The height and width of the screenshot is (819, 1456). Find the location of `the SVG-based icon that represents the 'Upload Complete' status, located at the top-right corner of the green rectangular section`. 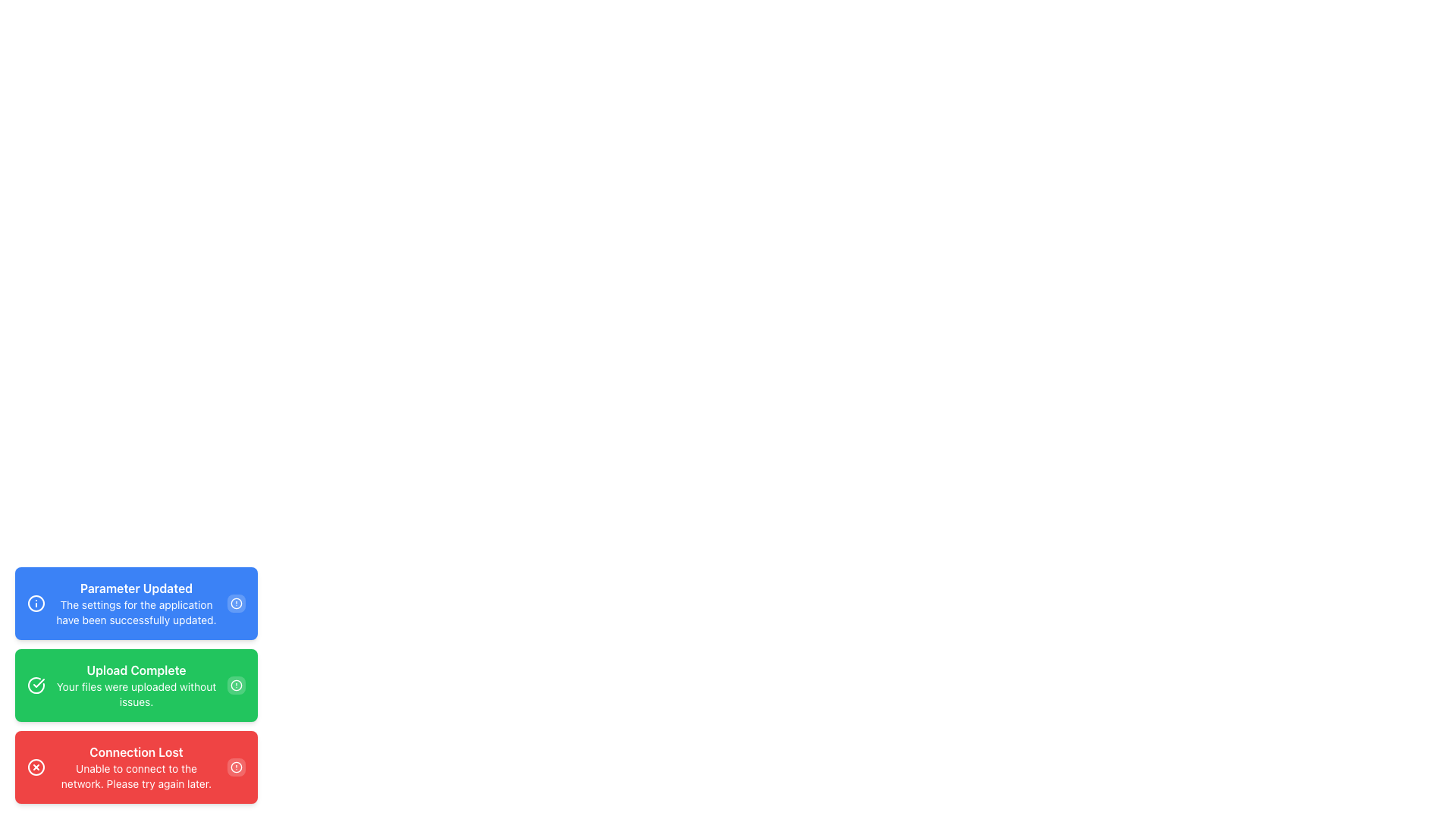

the SVG-based icon that represents the 'Upload Complete' status, located at the top-right corner of the green rectangular section is located at coordinates (236, 685).